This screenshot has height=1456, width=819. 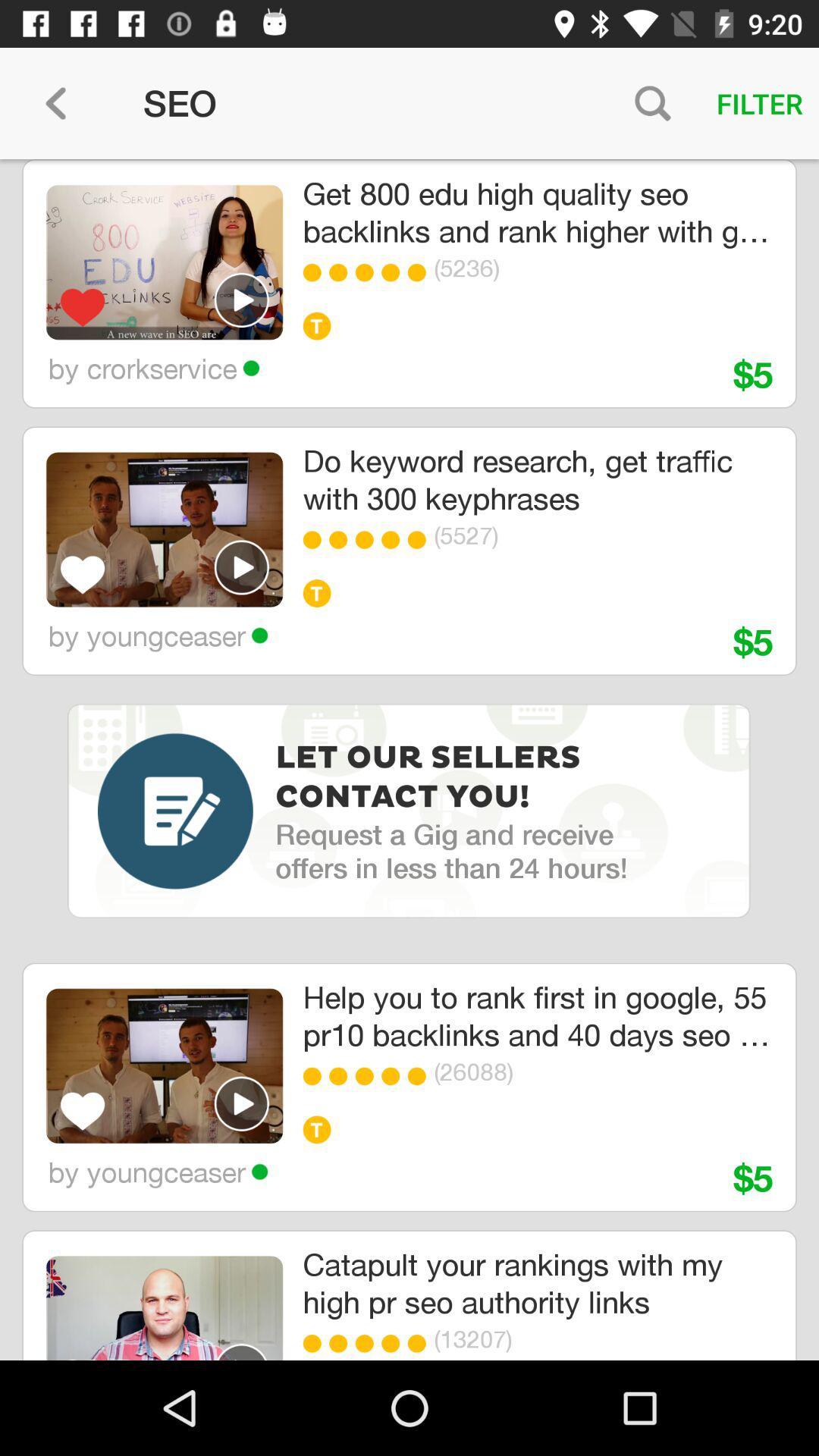 I want to click on the icon to the left of (5527), so click(x=421, y=540).